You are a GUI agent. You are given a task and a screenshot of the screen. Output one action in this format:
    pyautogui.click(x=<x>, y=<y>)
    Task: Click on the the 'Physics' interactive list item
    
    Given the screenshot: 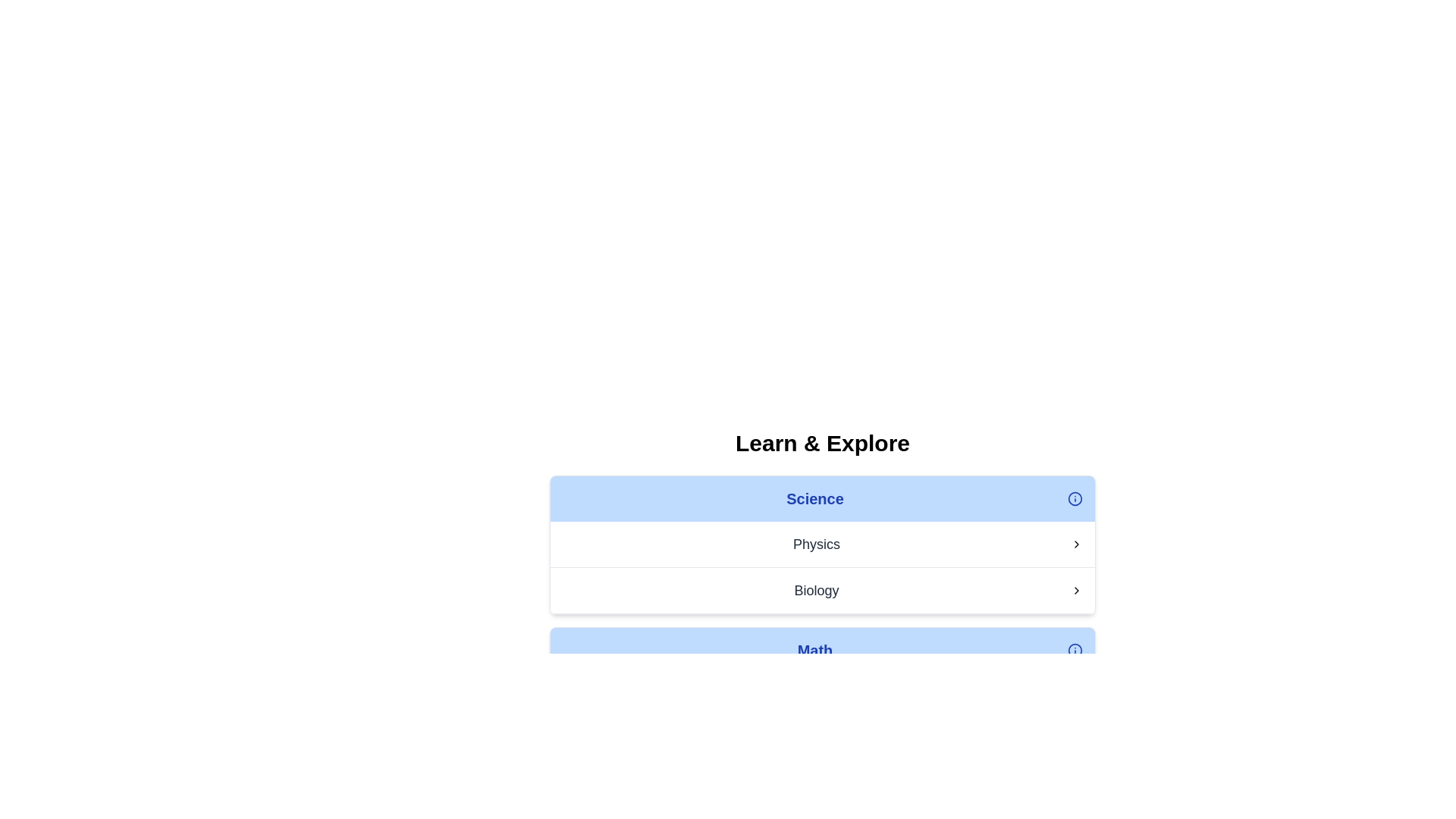 What is the action you would take?
    pyautogui.click(x=821, y=558)
    